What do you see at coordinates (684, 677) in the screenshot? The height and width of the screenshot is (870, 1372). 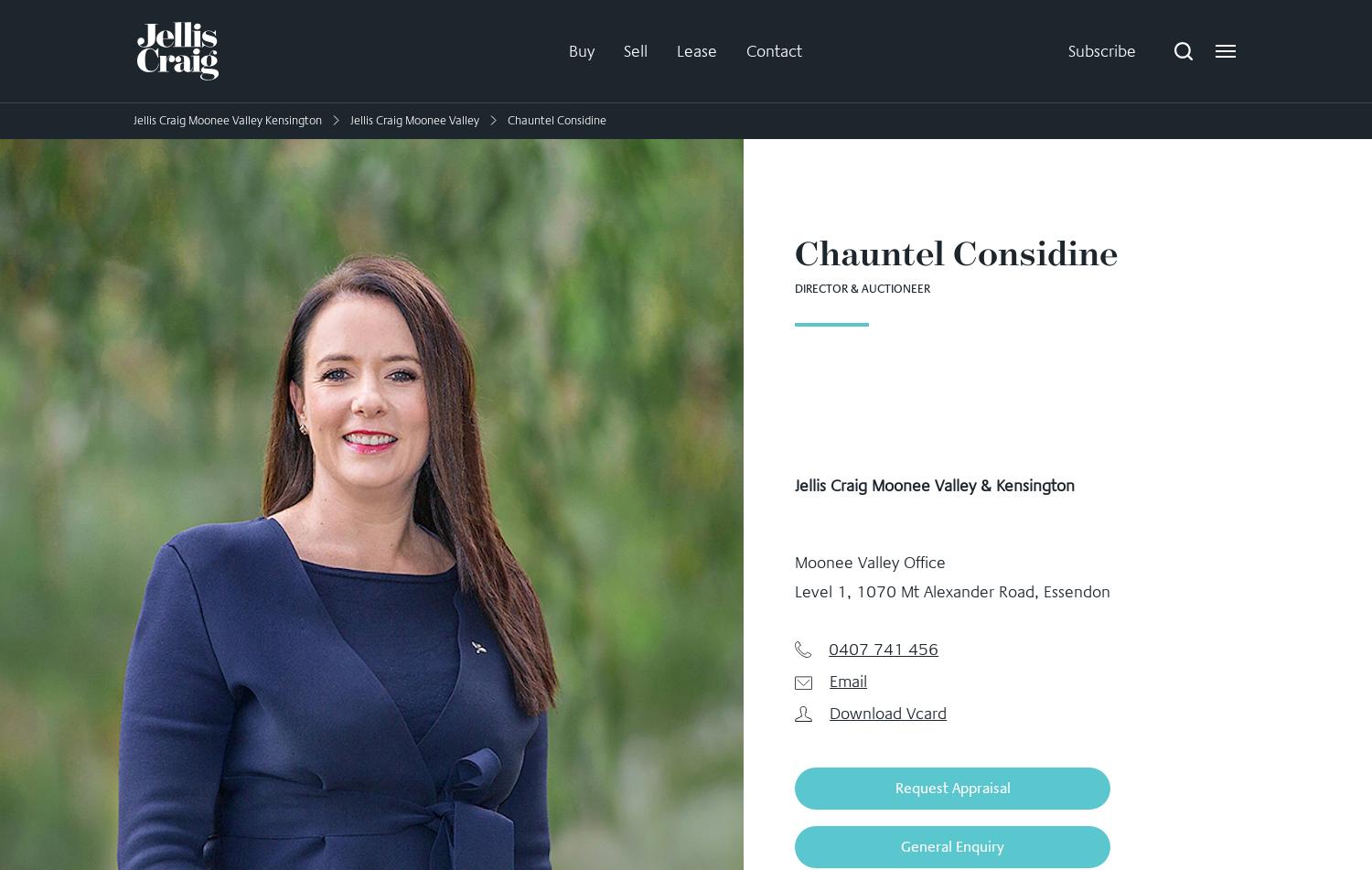 I see `'Submit'` at bounding box center [684, 677].